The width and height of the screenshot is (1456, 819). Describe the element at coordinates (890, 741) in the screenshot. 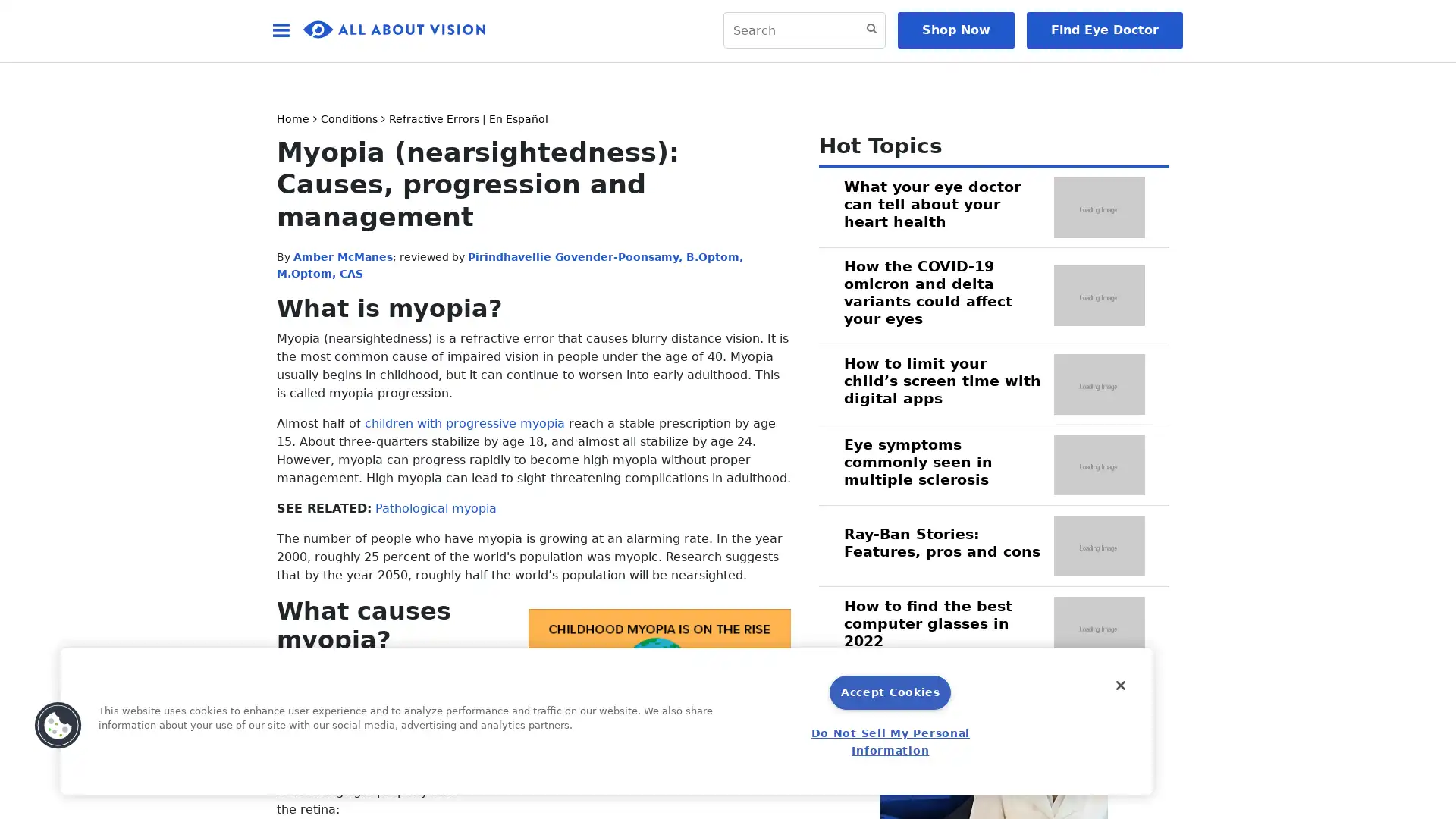

I see `Do Not Sell My Personal Information` at that location.